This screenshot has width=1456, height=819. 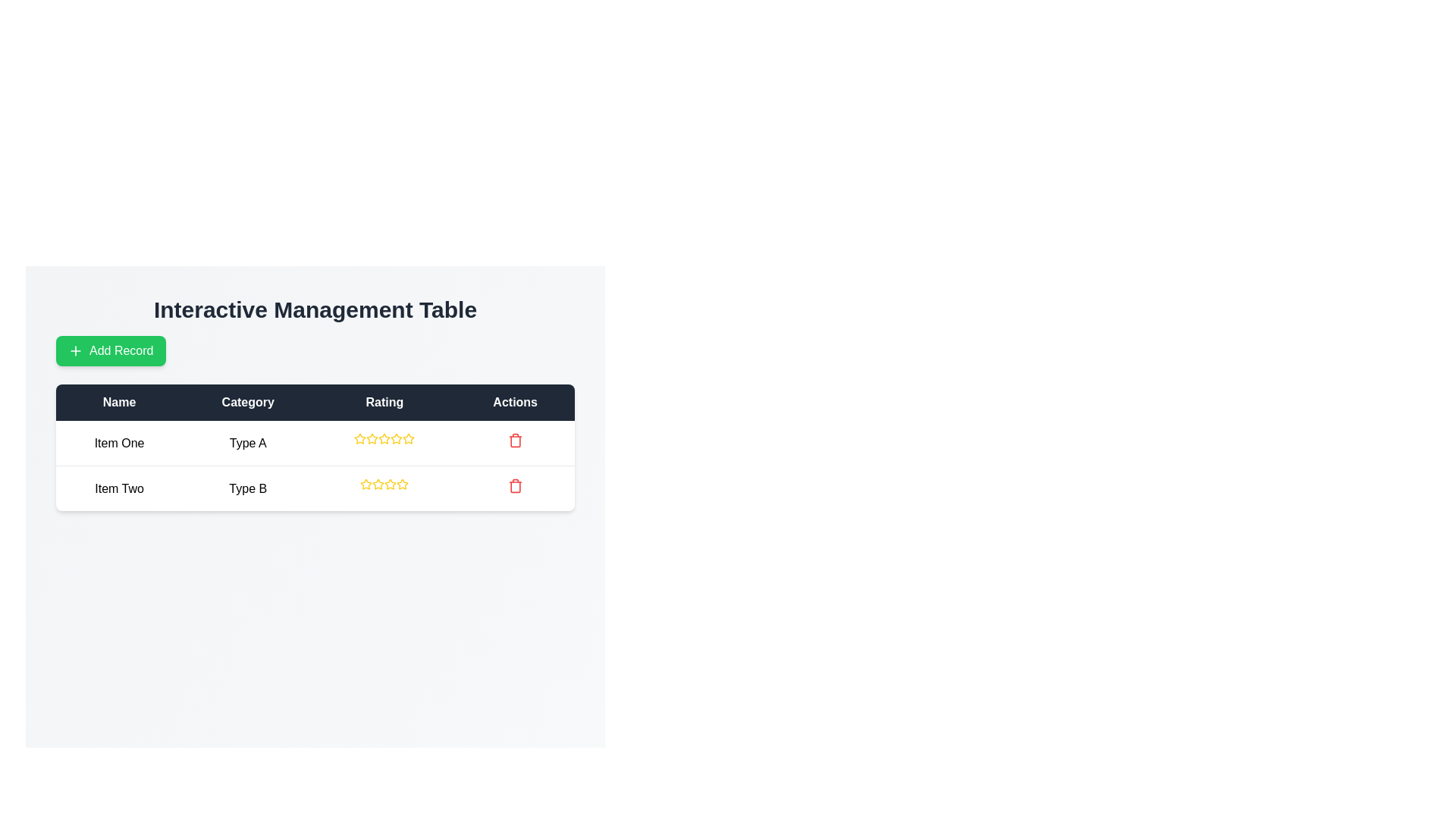 What do you see at coordinates (75, 350) in the screenshot?
I see `the green plus icon within the 'Add Record' button located in the top-left section of the layout` at bounding box center [75, 350].